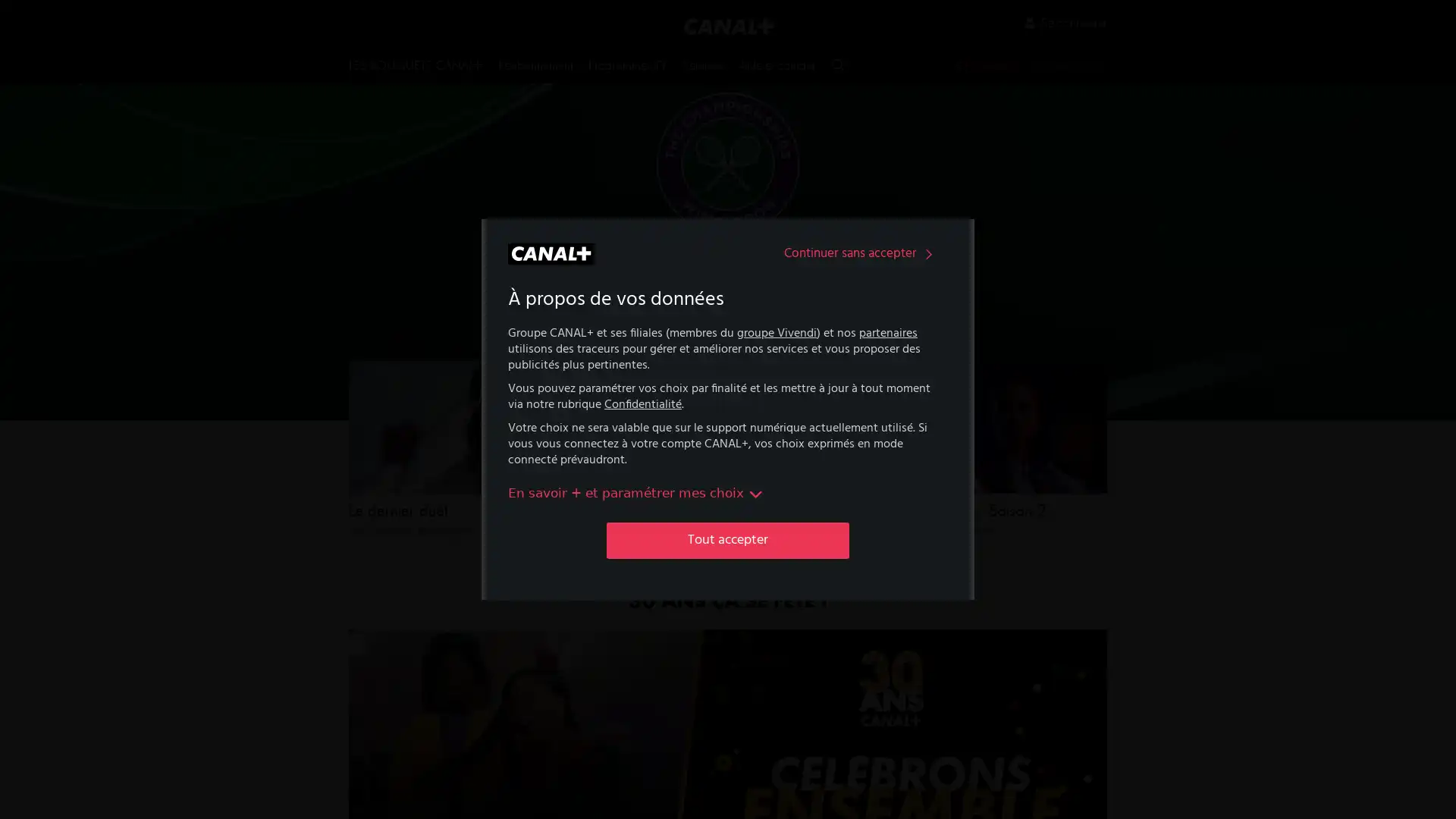 This screenshot has width=1456, height=819. I want to click on Niger, so click(872, 315).